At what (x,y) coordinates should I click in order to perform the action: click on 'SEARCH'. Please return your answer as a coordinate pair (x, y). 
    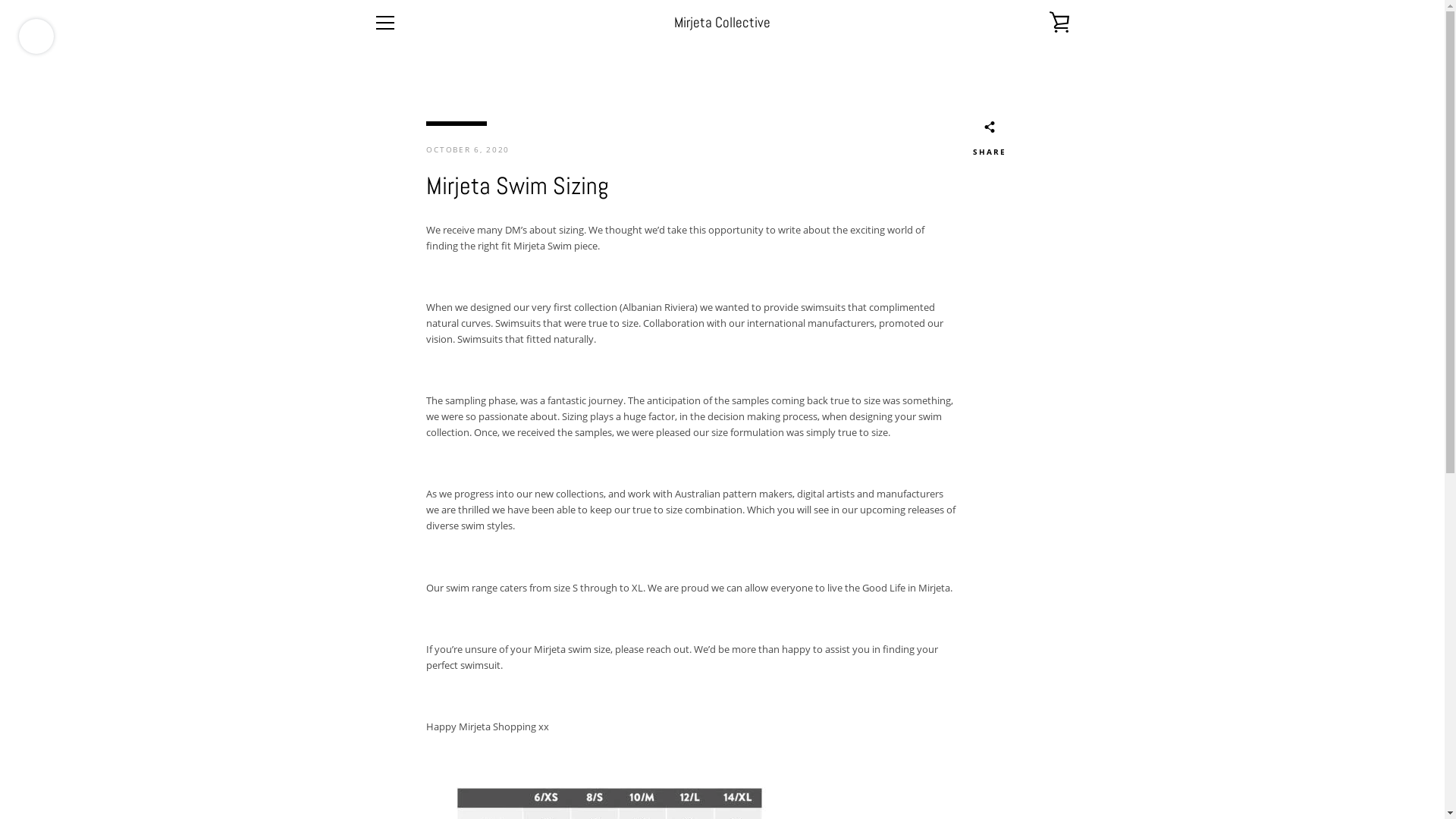
    Looking at the image, I should click on (390, 621).